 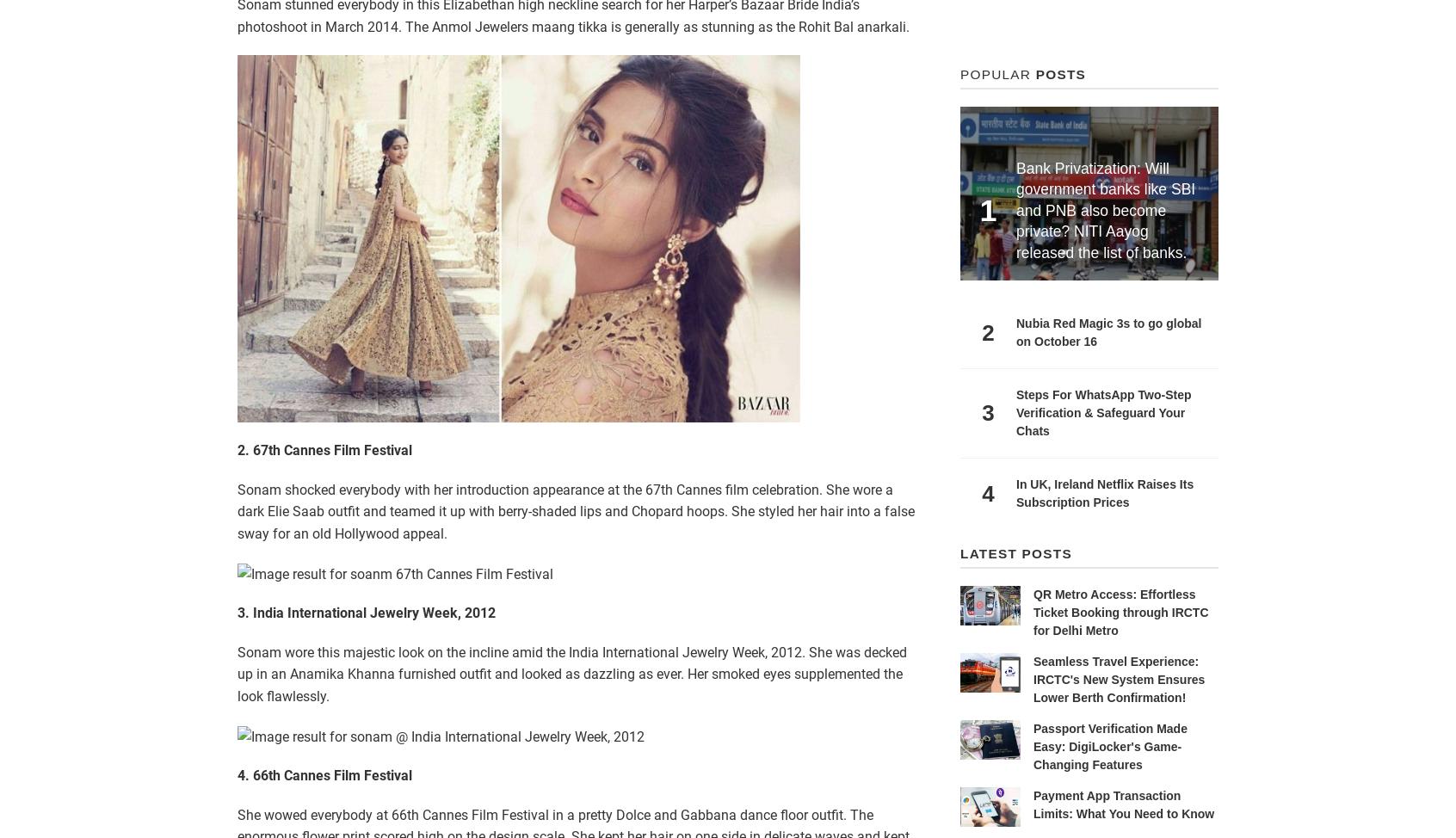 What do you see at coordinates (1118, 678) in the screenshot?
I see `'Seamless Travel Experience: IRCTC's New System Ensures Lower Berth Confirmation!'` at bounding box center [1118, 678].